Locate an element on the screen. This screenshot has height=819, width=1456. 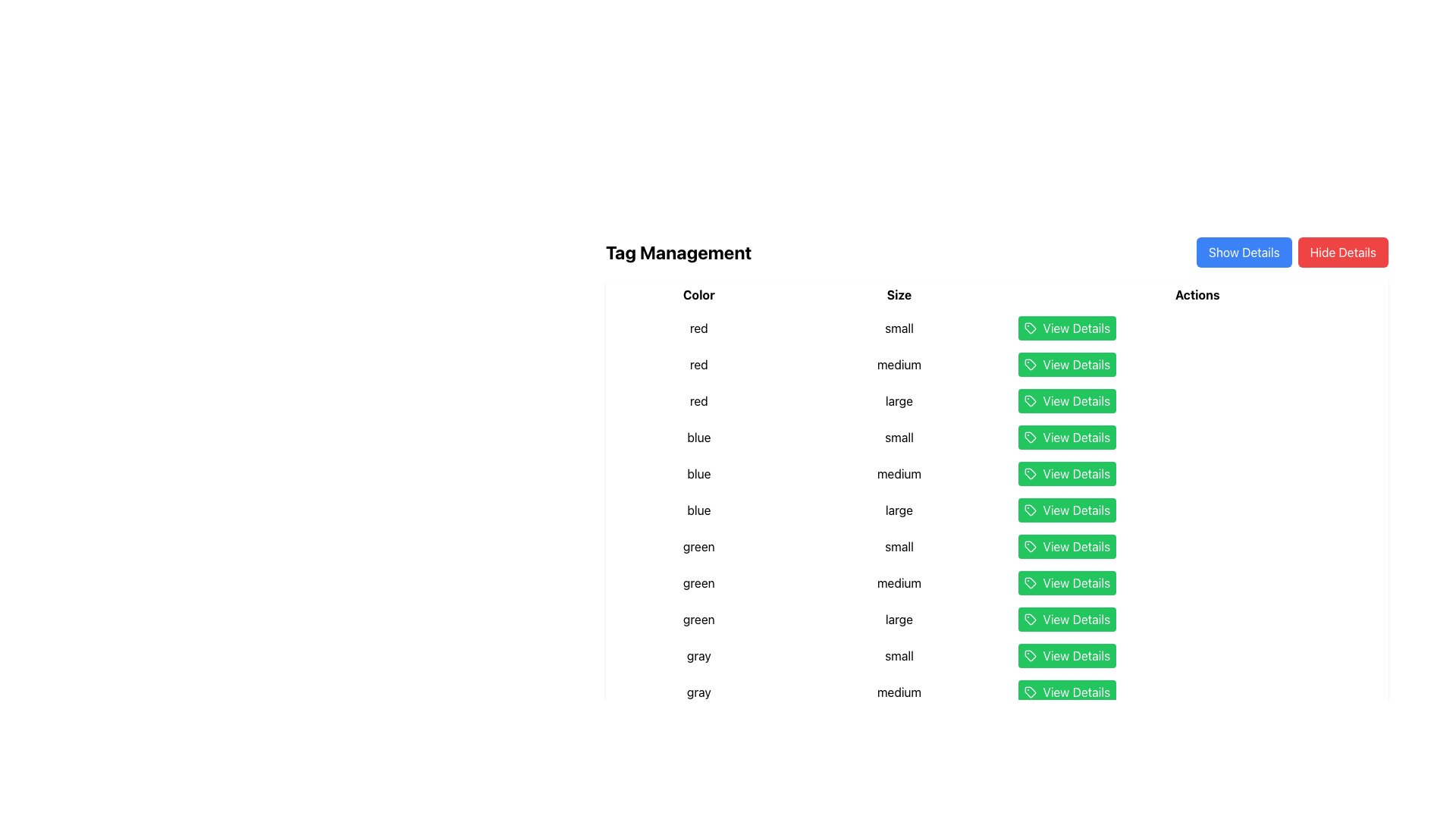
the text element containing the word 'large' in black, which is the second size option in the table layout, following 'green' in the 'Color' column is located at coordinates (899, 620).